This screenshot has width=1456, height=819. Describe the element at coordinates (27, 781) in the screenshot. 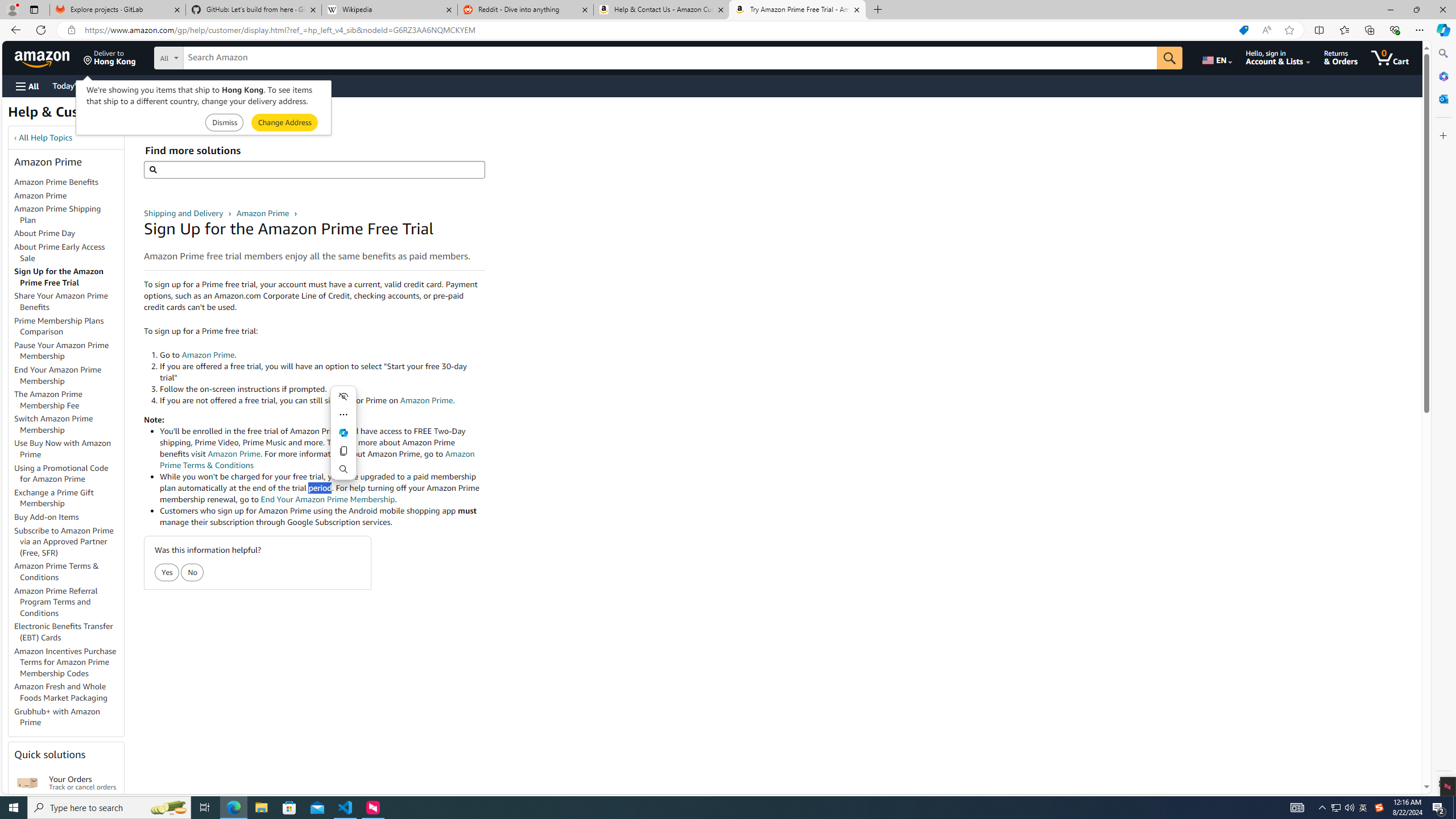

I see `'Your Orders'` at that location.